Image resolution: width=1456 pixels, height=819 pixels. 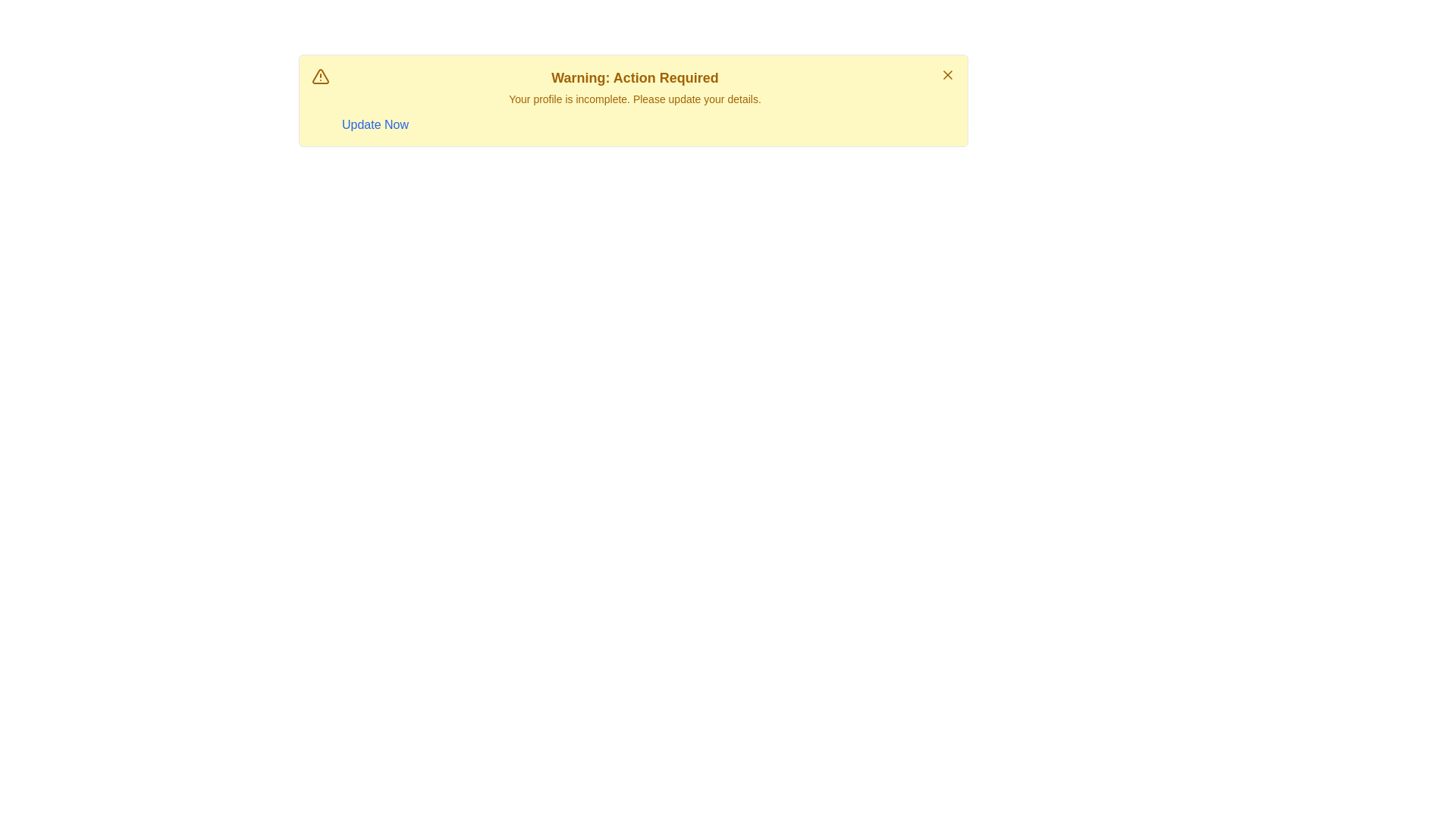 What do you see at coordinates (946, 75) in the screenshot?
I see `the 'X' button located in the top-right corner of the yellow warning message box` at bounding box center [946, 75].